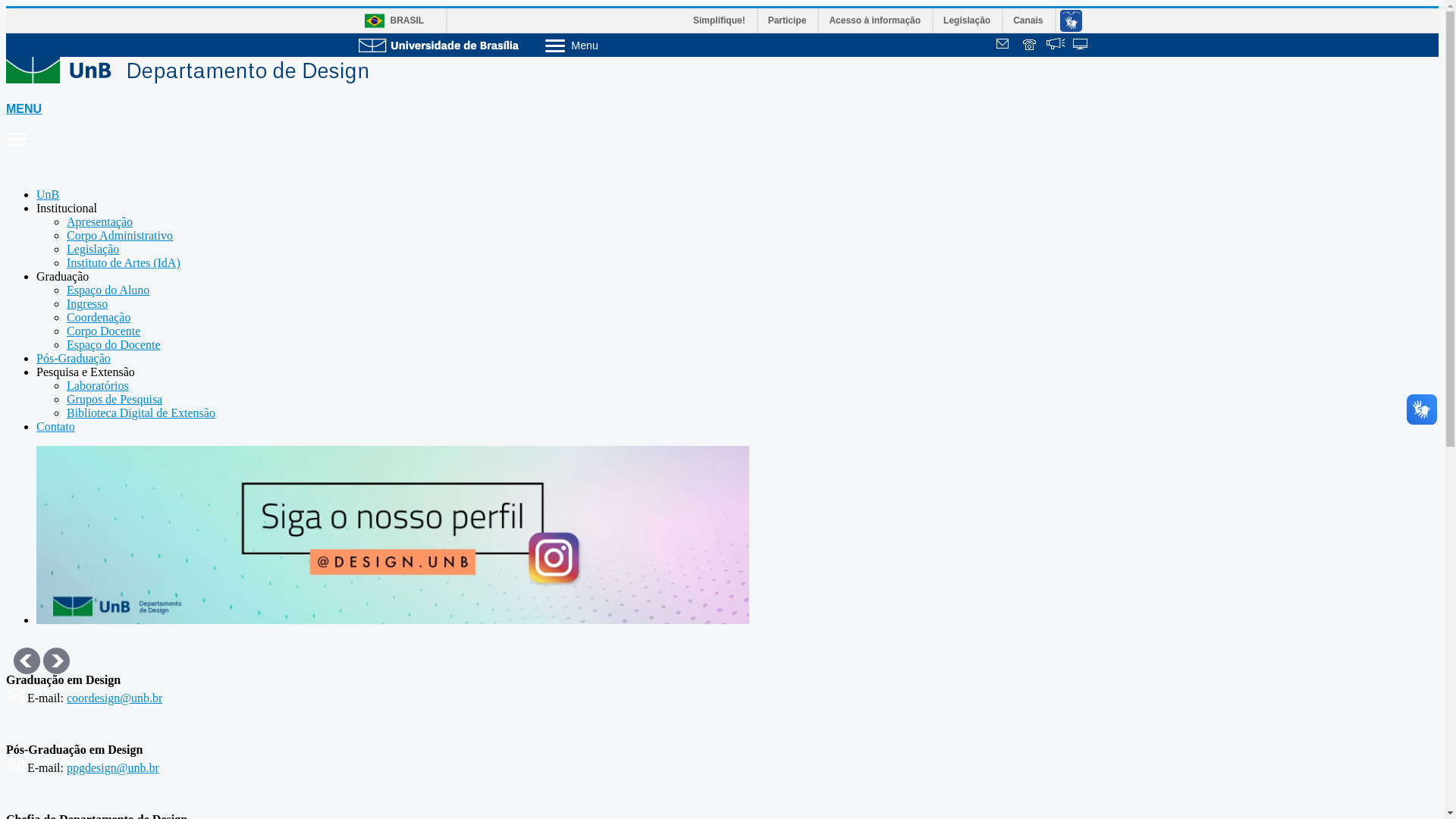 This screenshot has width=1456, height=819. What do you see at coordinates (65, 262) in the screenshot?
I see `'Instituto de Artes (IdA)'` at bounding box center [65, 262].